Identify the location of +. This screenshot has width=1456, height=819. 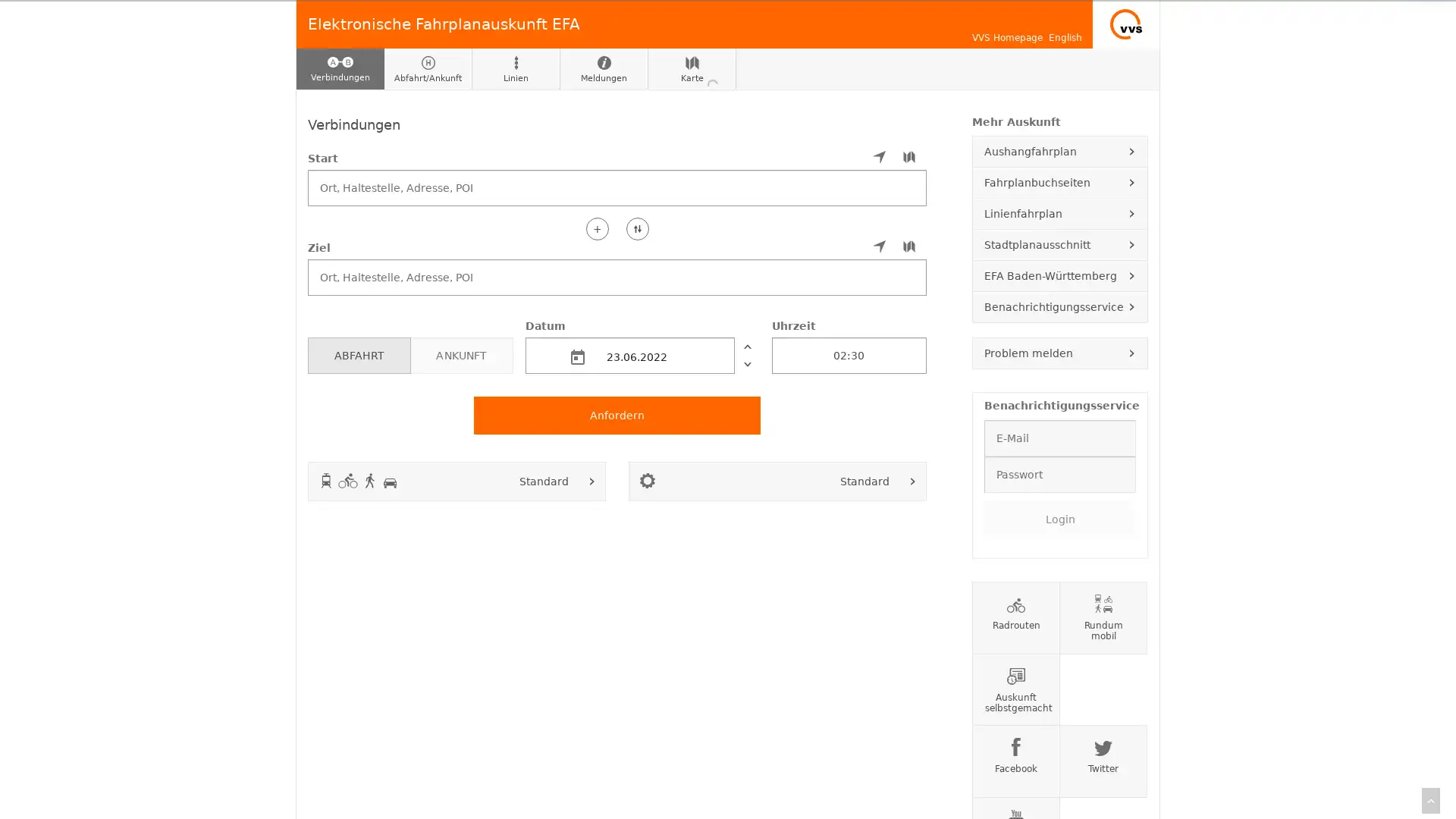
(596, 227).